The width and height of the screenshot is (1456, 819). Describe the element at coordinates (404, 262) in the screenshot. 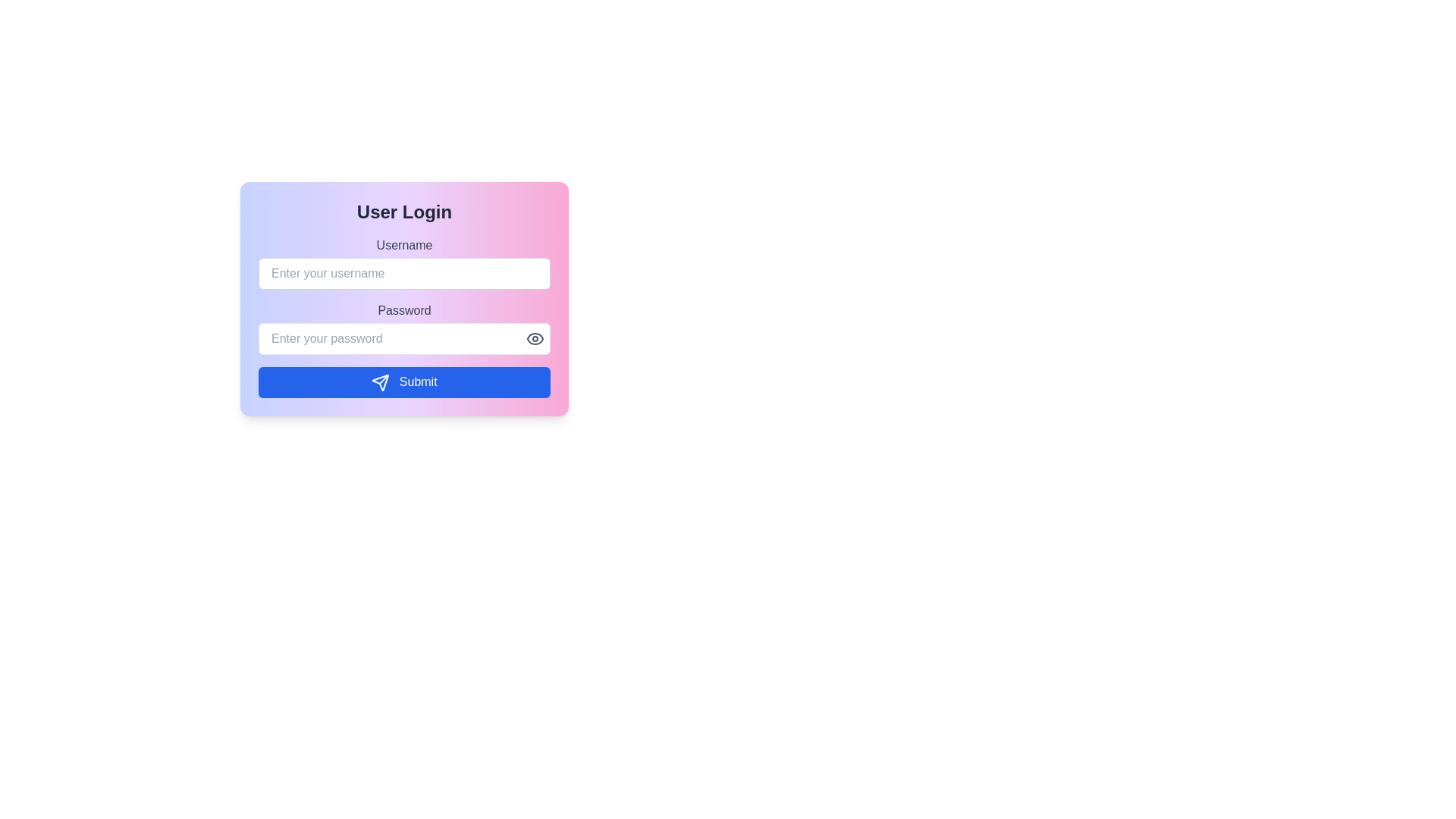

I see `the 'Username' text input field, which is the first input field in a vertical form layout with a white background and gray border, positioned below the 'Username' label` at that location.